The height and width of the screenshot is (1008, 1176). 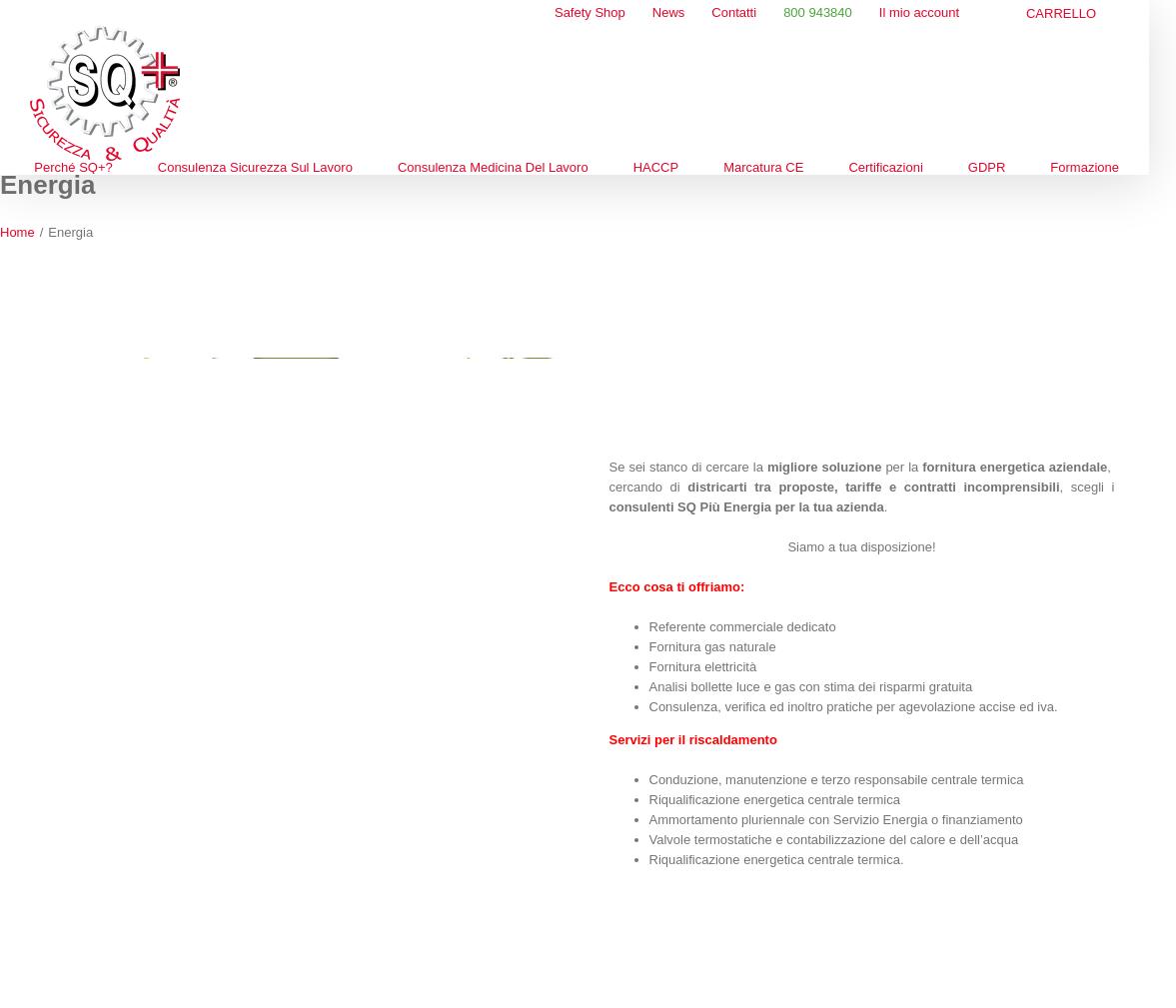 What do you see at coordinates (465, 242) in the screenshot?
I see `'Protocolli sanitari'` at bounding box center [465, 242].